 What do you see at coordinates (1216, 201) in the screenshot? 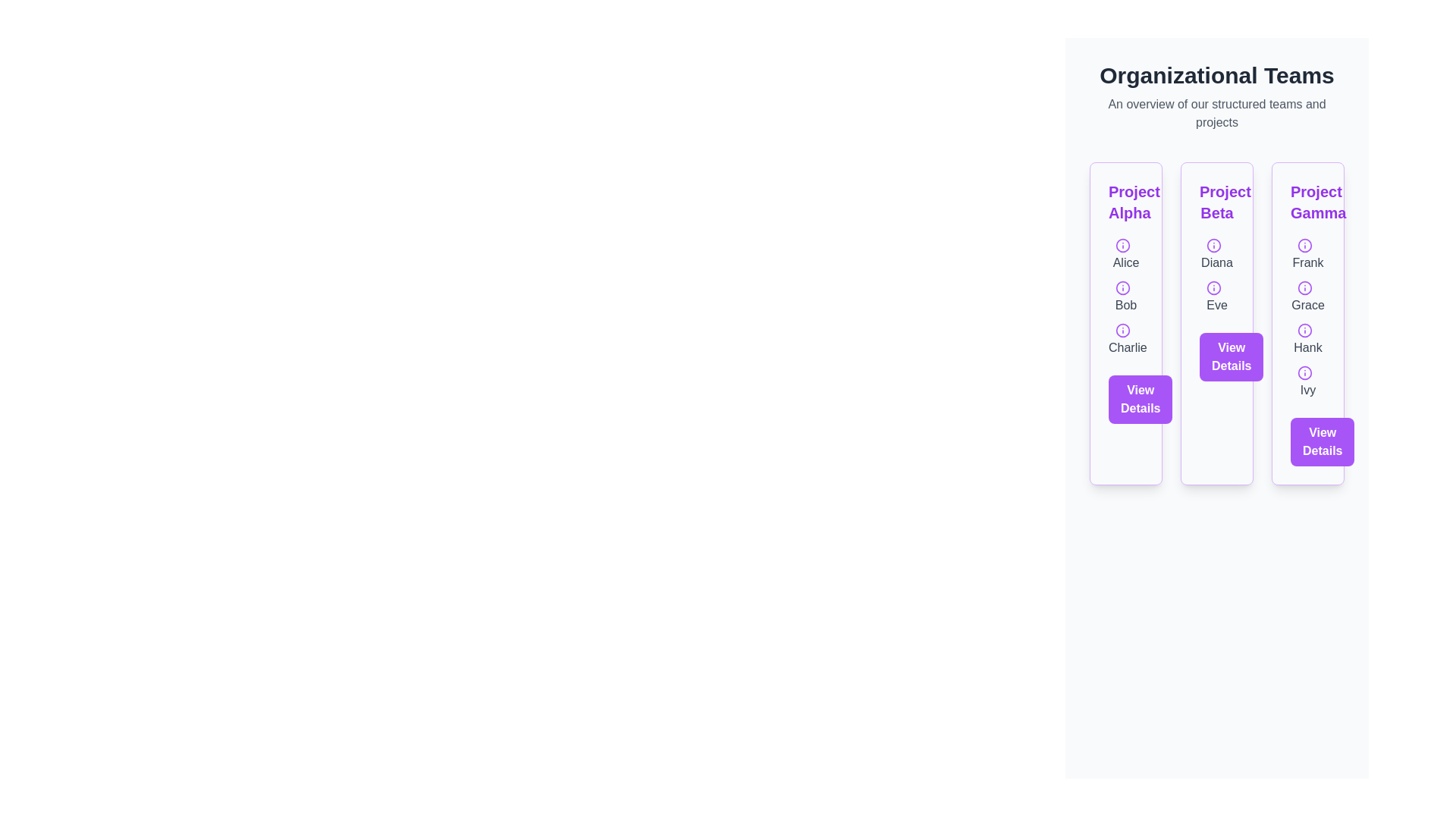
I see `the 'Project Beta' text label, which is displayed in a bold, large, and purple-styled font at the top of the middle card section, above the names 'Diana' and 'Eve'` at bounding box center [1216, 201].